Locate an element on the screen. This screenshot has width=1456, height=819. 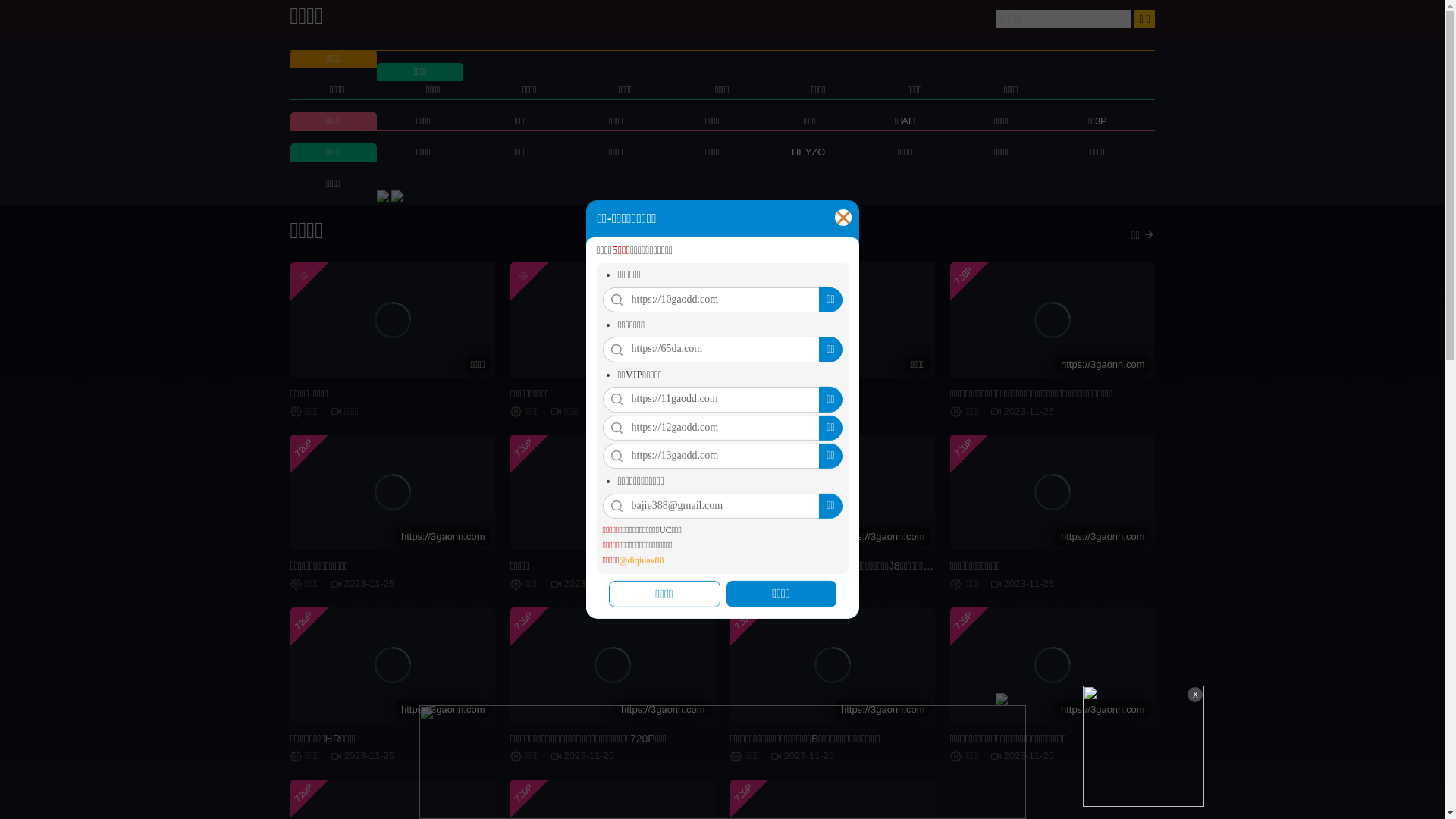
'HEYZO' is located at coordinates (807, 152).